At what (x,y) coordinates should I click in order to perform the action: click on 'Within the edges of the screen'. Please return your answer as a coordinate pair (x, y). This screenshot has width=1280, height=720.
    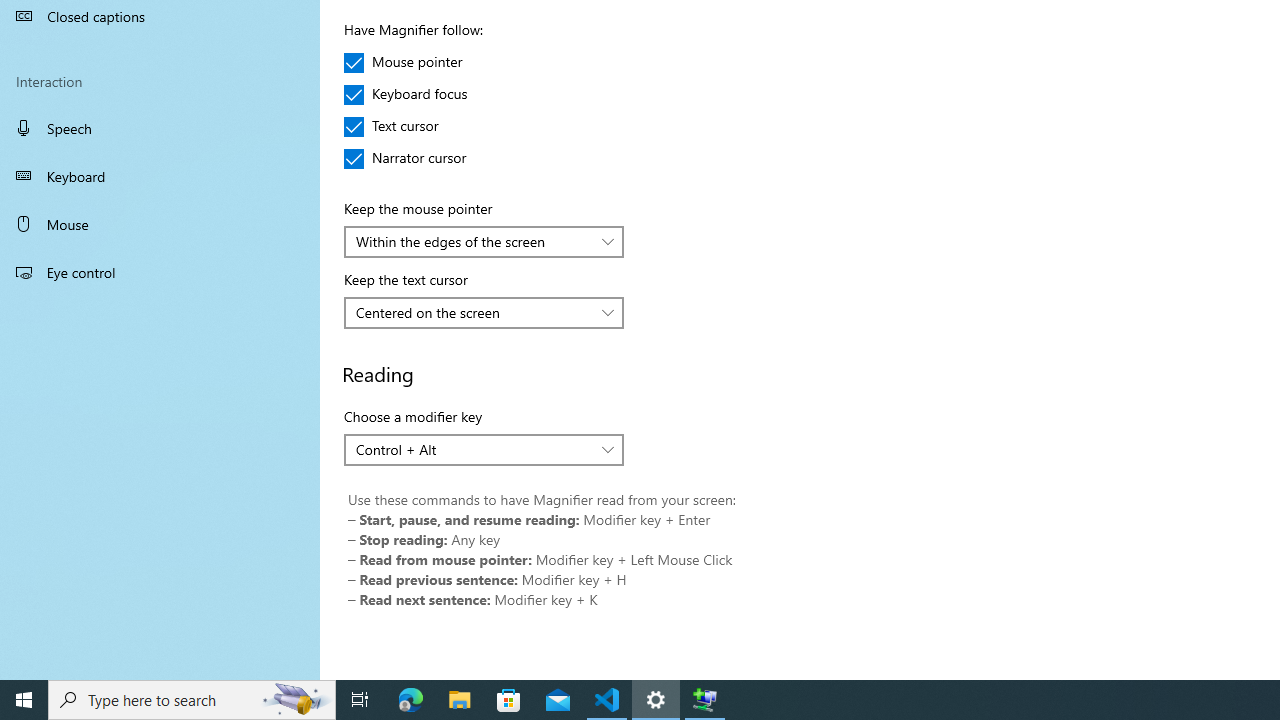
    Looking at the image, I should click on (472, 240).